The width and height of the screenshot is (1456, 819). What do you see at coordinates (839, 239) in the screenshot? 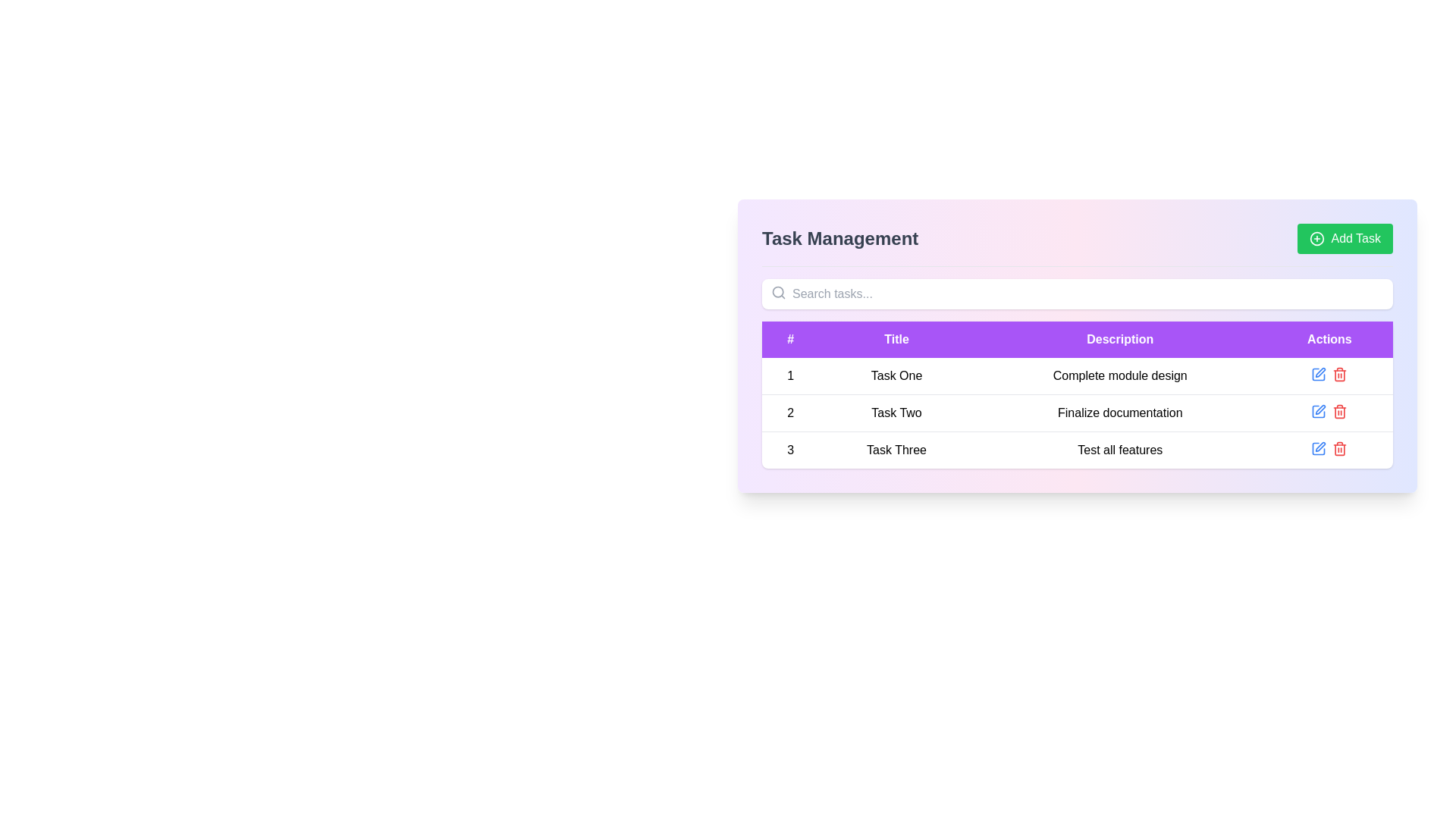
I see `displayed text 'Task Management' which is a bold, large, gray label located in the upper-left section of the header of the task management interface` at bounding box center [839, 239].